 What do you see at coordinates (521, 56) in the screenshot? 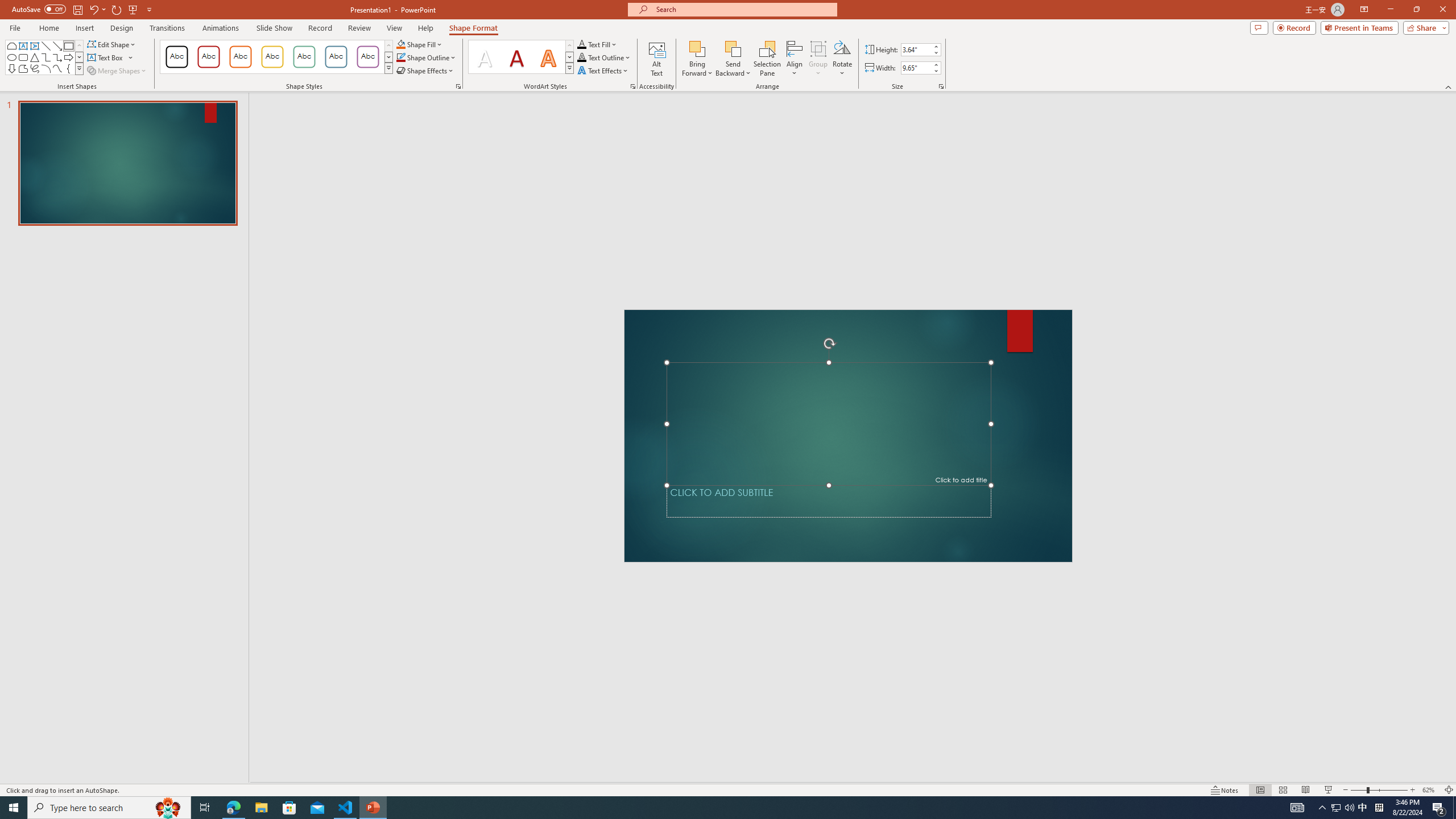
I see `'AutomationID: TextStylesGallery'` at bounding box center [521, 56].